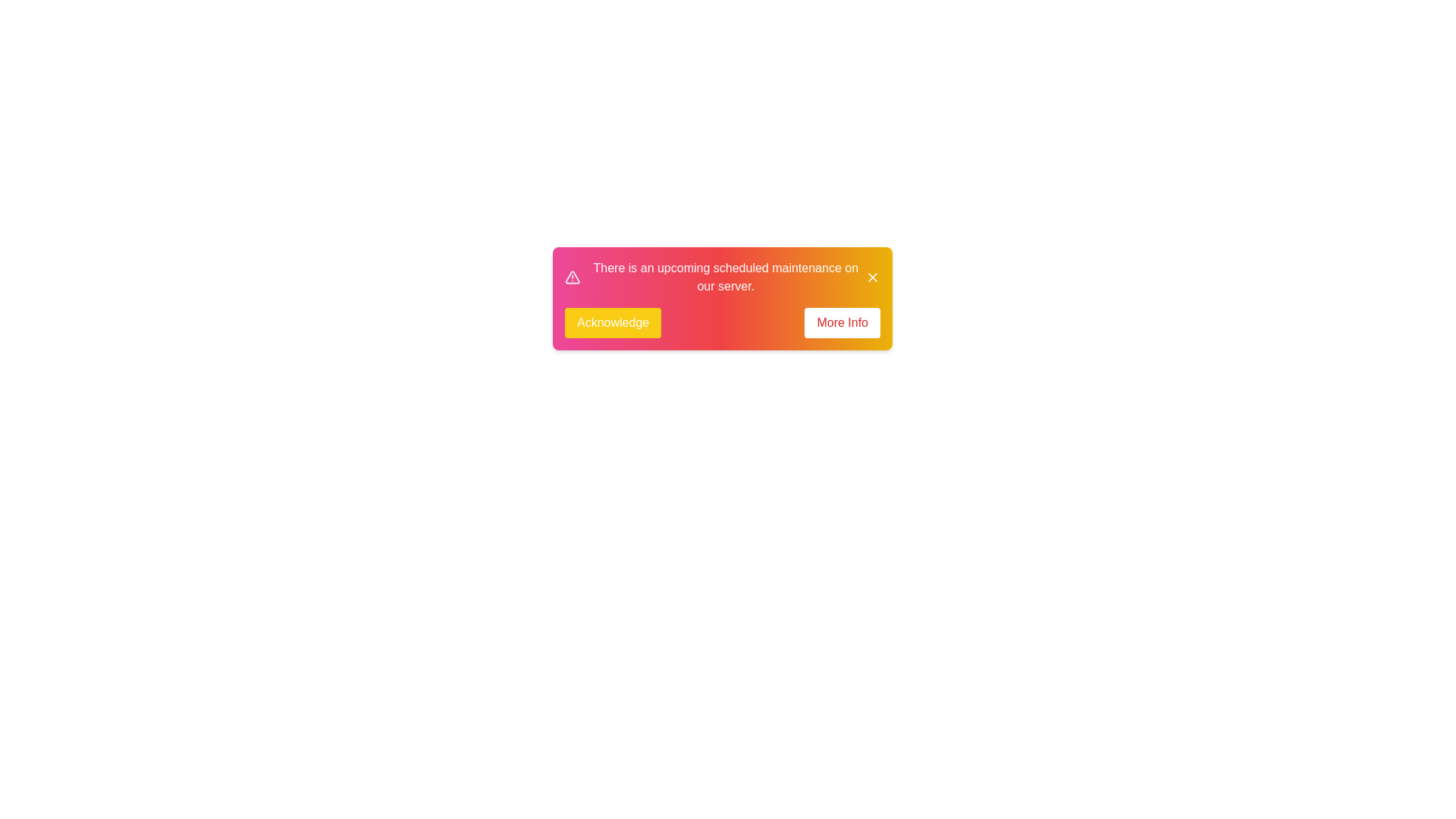 This screenshot has height=819, width=1456. What do you see at coordinates (613, 322) in the screenshot?
I see `the 'Acknowledge' button to acknowledge the notification` at bounding box center [613, 322].